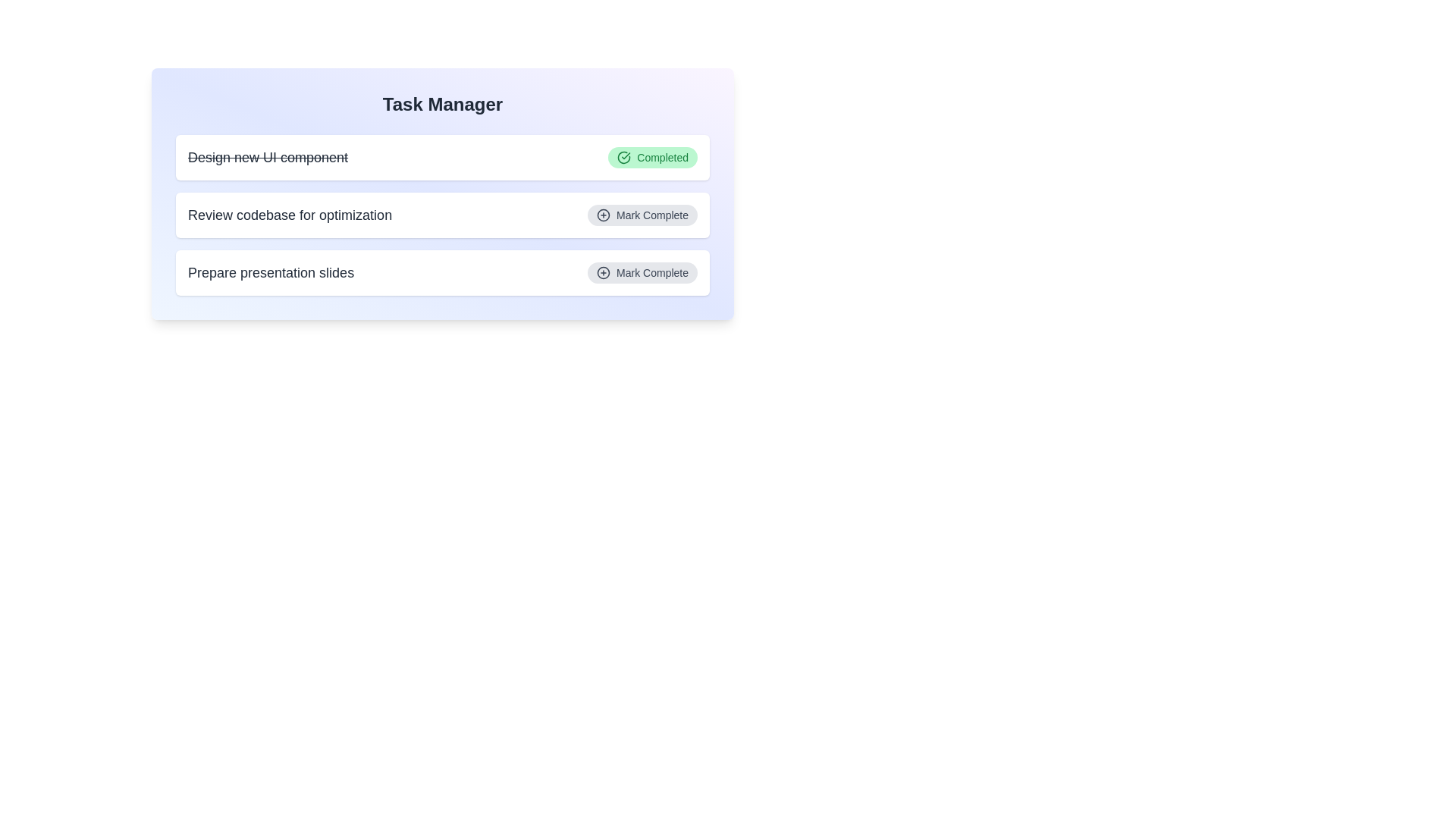 Image resolution: width=1456 pixels, height=819 pixels. Describe the element at coordinates (642, 271) in the screenshot. I see `the 'Mark Complete' button for the task 'Prepare presentation slides'` at that location.